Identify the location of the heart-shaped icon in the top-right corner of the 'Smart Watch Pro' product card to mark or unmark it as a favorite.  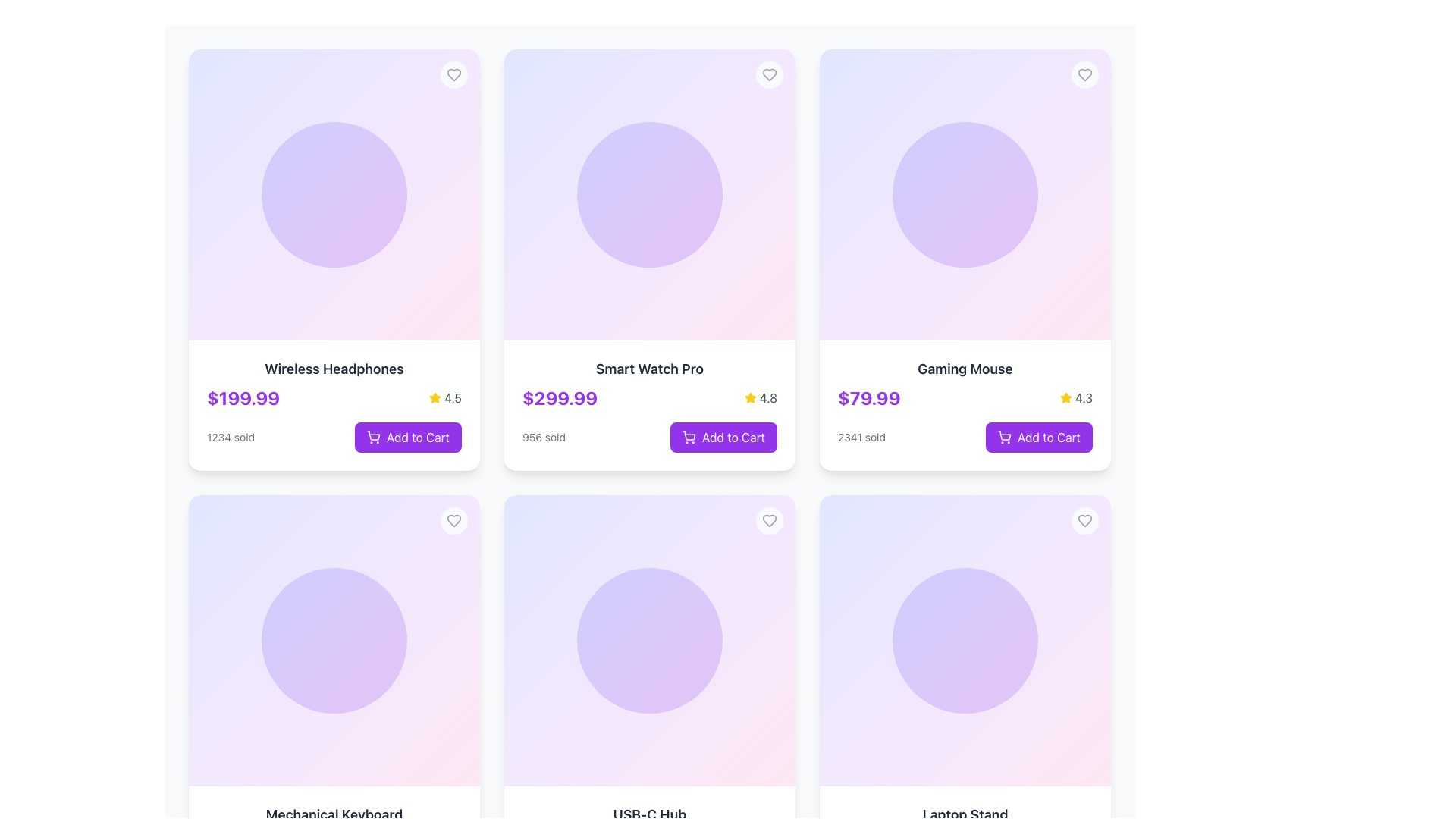
(769, 75).